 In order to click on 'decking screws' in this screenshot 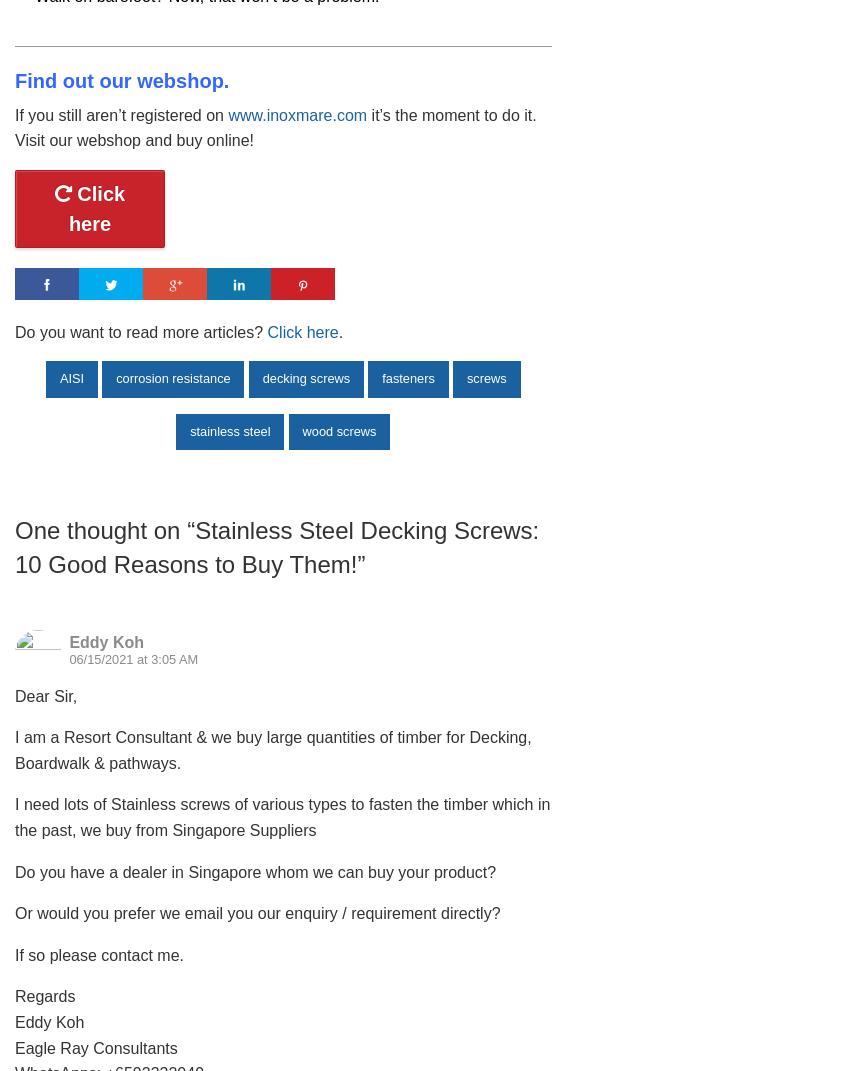, I will do `click(306, 377)`.